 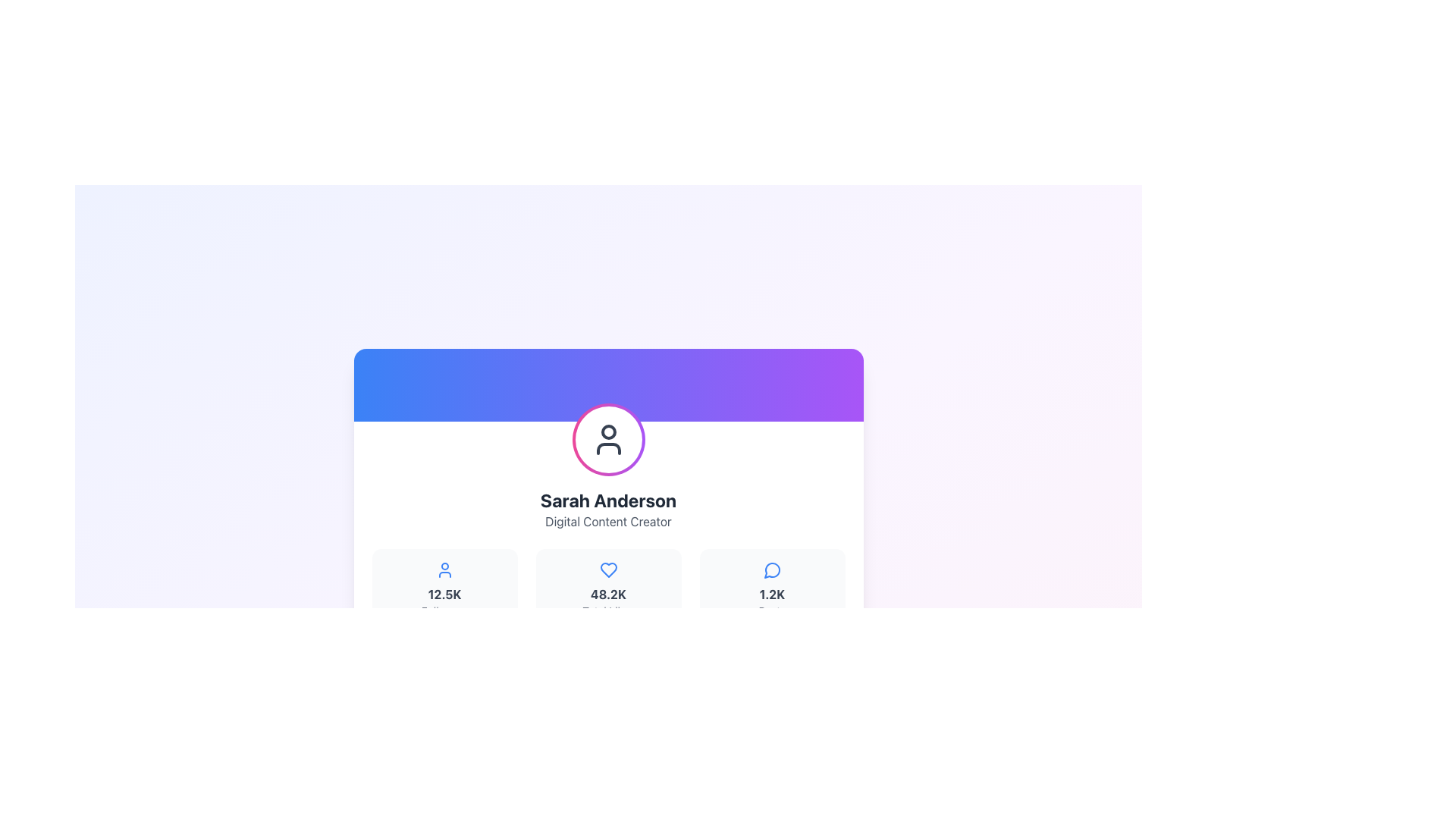 What do you see at coordinates (444, 589) in the screenshot?
I see `the informational display card that shows the number of followers associated with the profile, positioned as the first card in a horizontal row beneath the profile header` at bounding box center [444, 589].